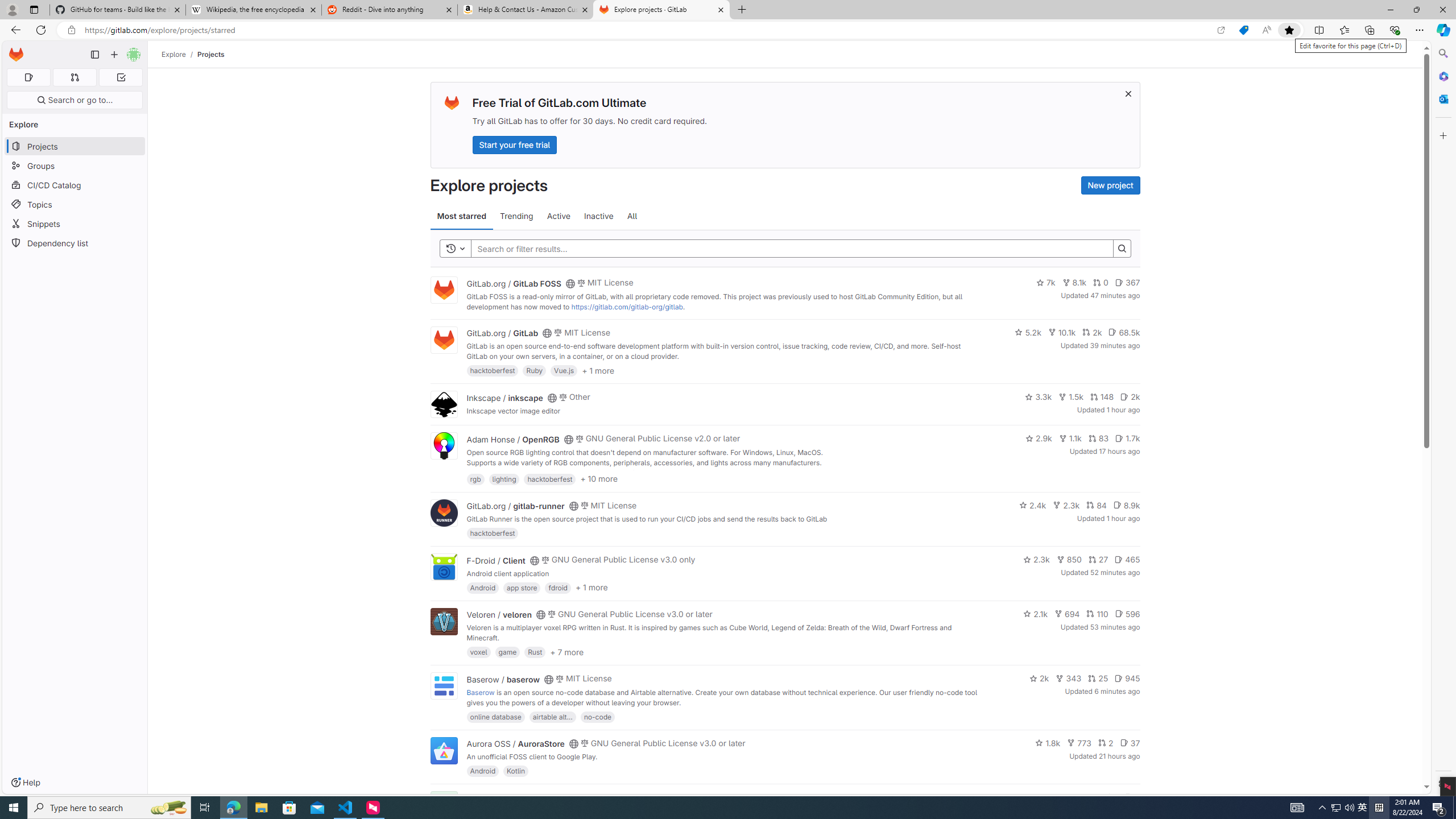 The image size is (1456, 819). What do you see at coordinates (1039, 678) in the screenshot?
I see `'2k'` at bounding box center [1039, 678].